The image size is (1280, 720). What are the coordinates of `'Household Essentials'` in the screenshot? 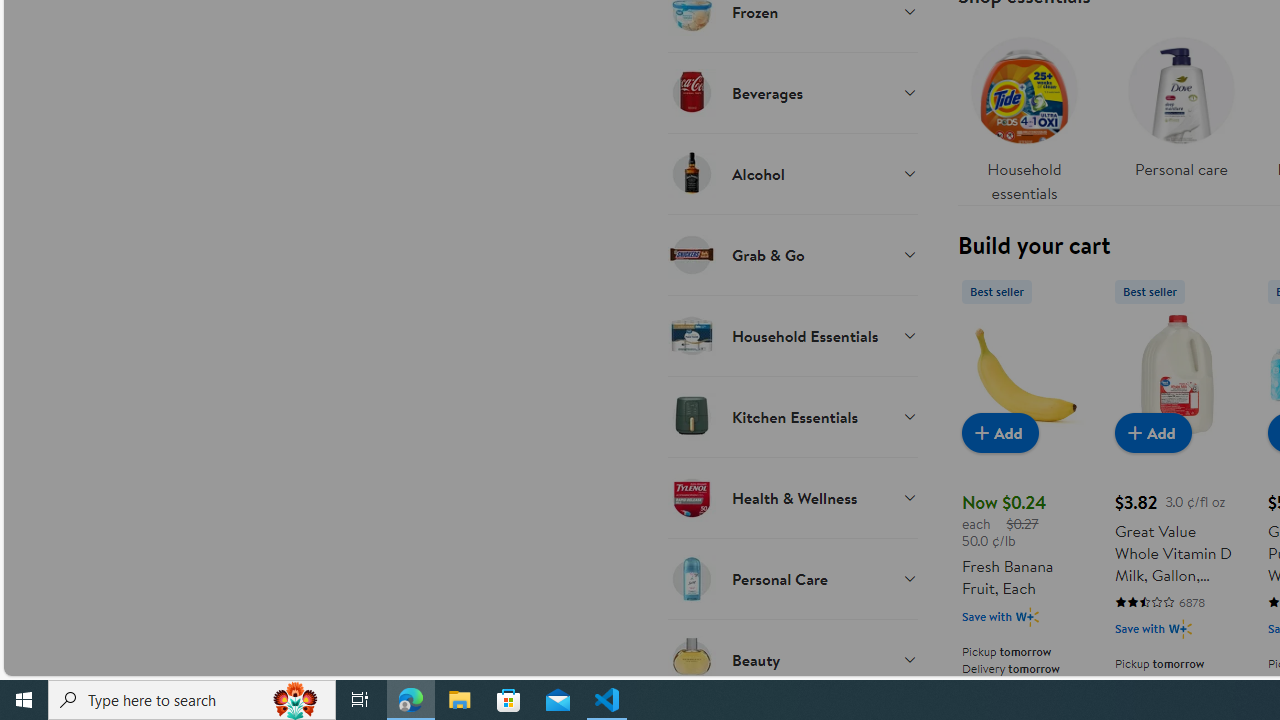 It's located at (791, 334).